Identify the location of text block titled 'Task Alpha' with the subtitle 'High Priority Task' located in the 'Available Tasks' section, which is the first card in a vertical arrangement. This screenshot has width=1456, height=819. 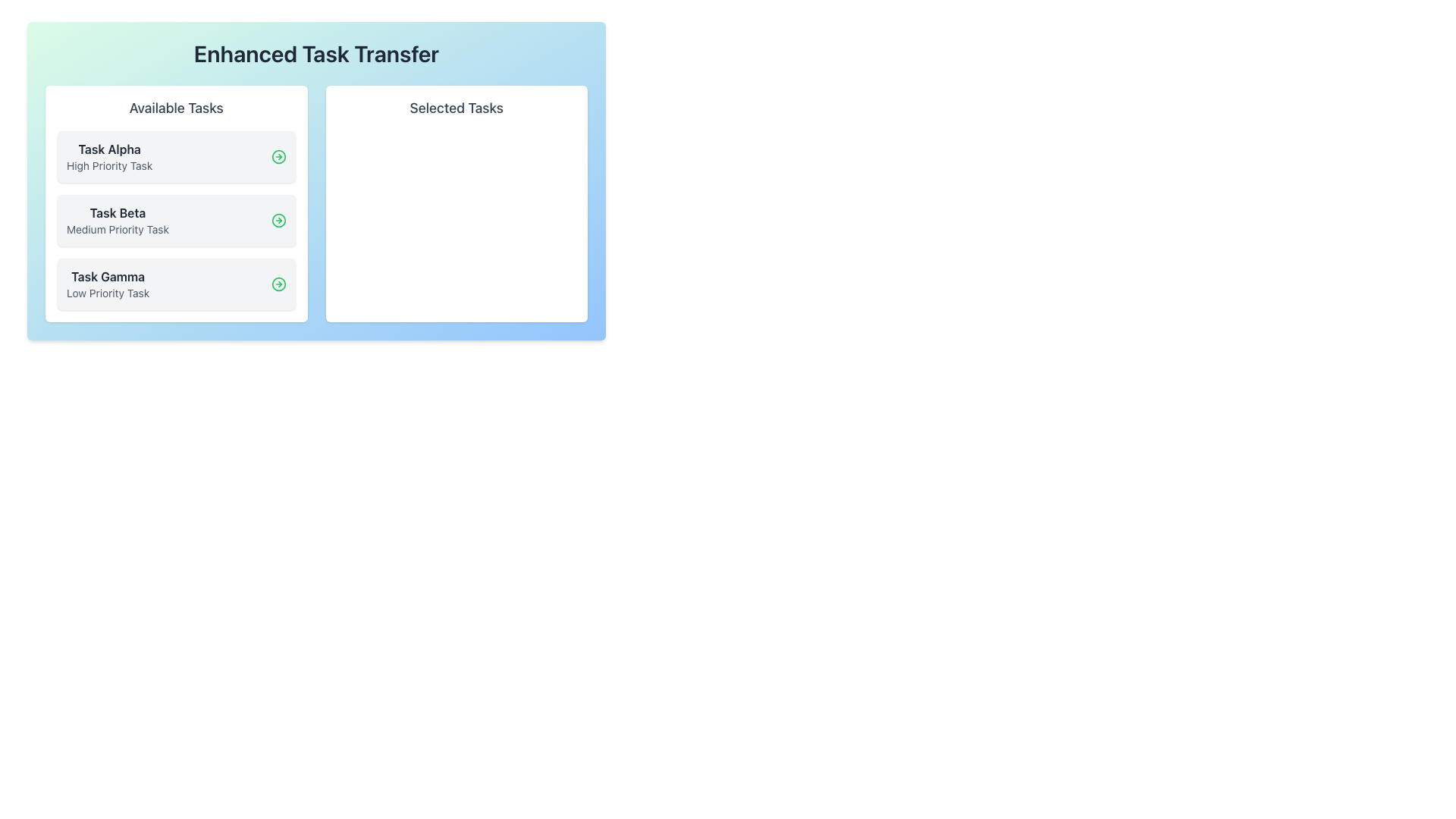
(108, 157).